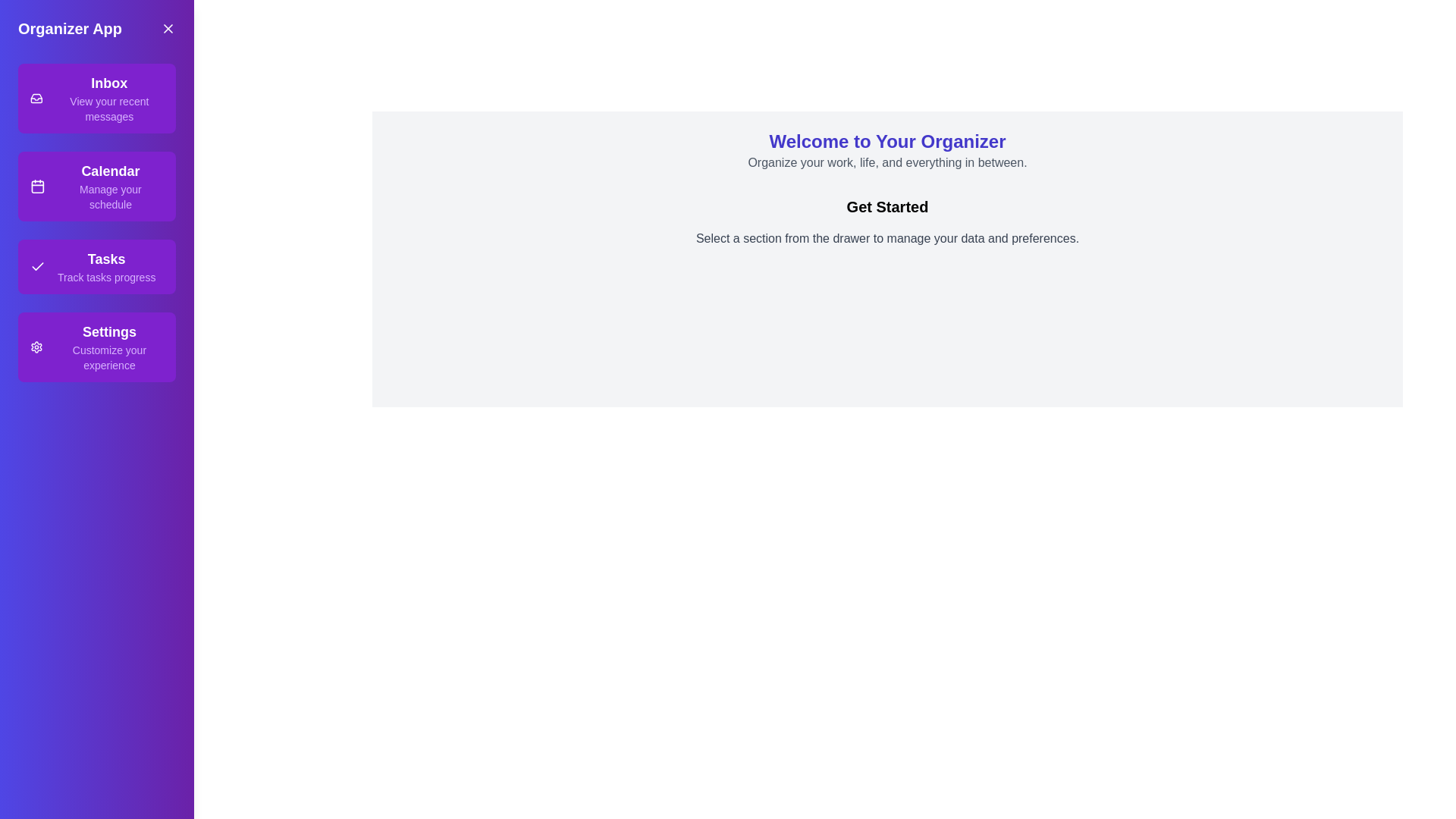 Image resolution: width=1456 pixels, height=819 pixels. What do you see at coordinates (96, 347) in the screenshot?
I see `the section Settings from the drawer` at bounding box center [96, 347].